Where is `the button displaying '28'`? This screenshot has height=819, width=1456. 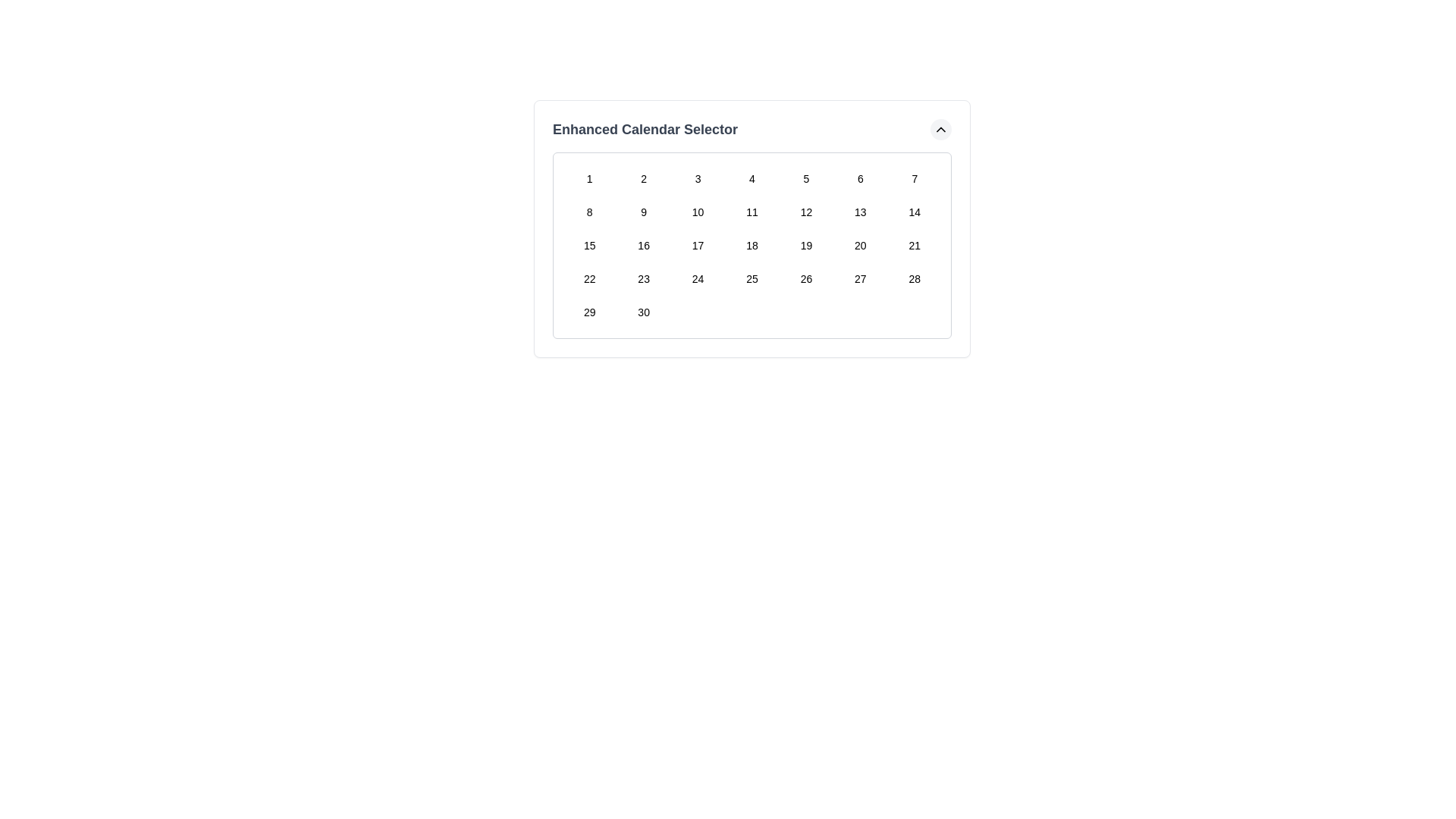 the button displaying '28' is located at coordinates (914, 278).